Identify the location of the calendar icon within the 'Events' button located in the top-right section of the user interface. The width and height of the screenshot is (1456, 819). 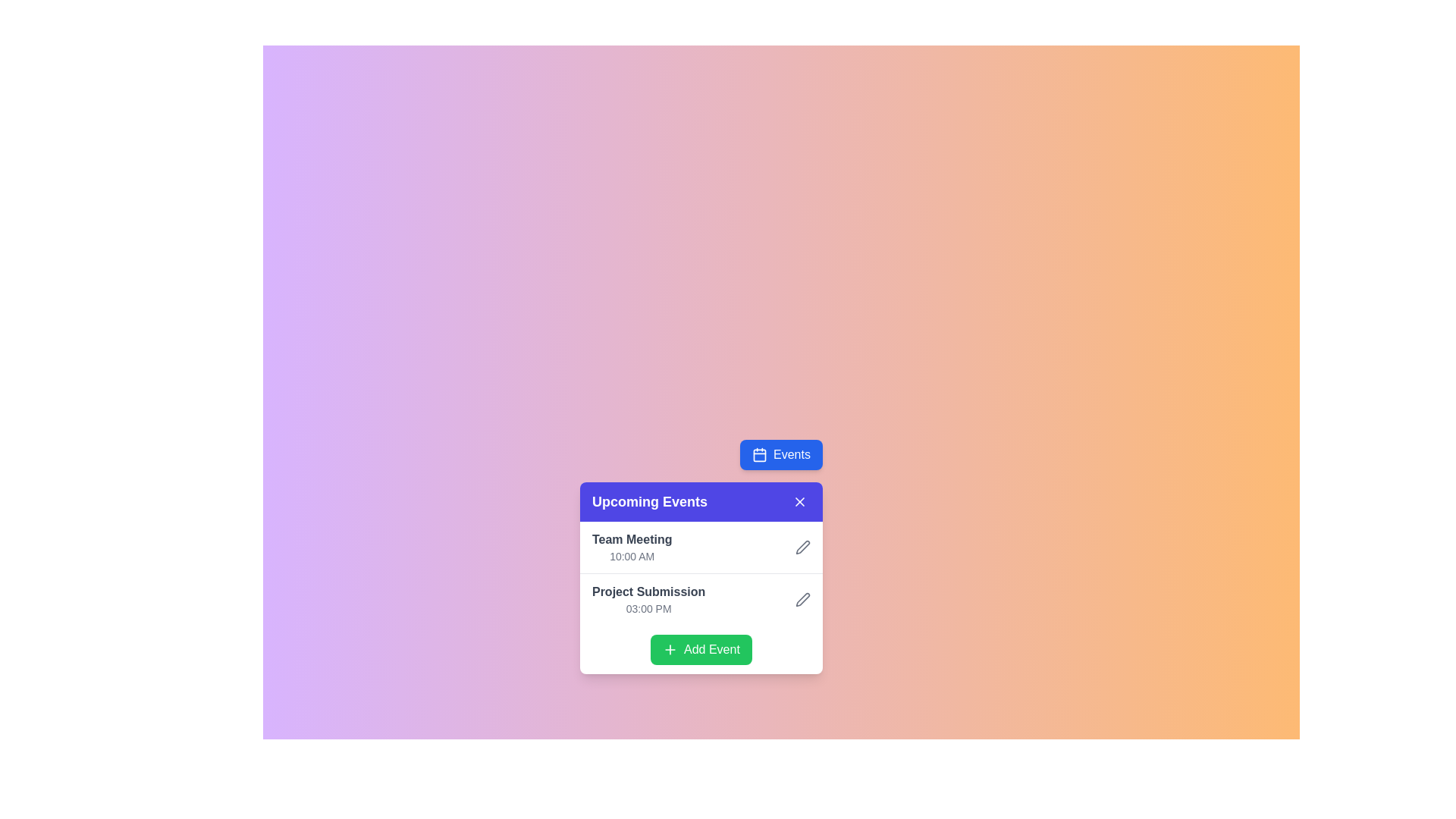
(760, 454).